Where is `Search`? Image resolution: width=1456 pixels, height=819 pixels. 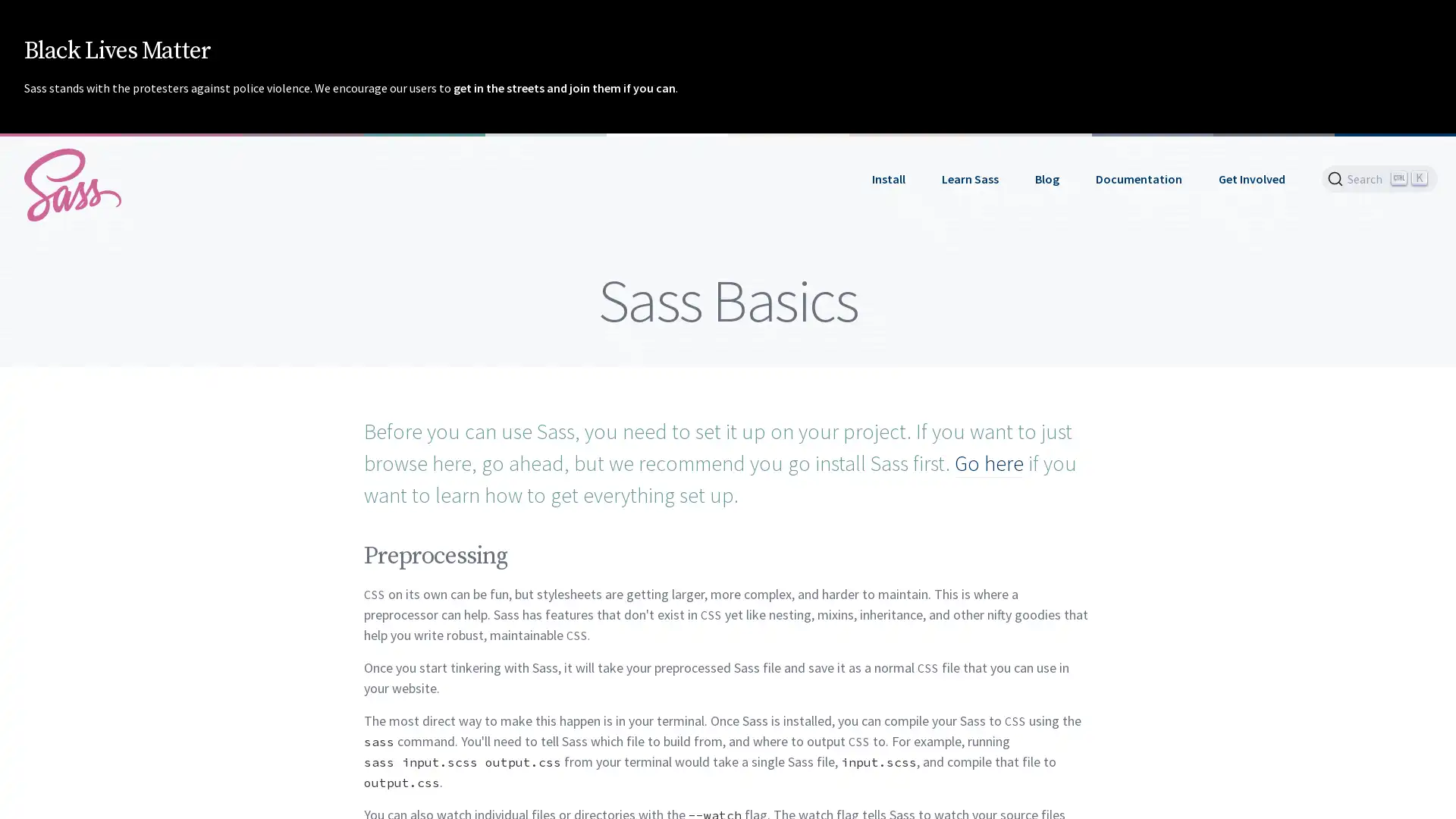
Search is located at coordinates (1379, 177).